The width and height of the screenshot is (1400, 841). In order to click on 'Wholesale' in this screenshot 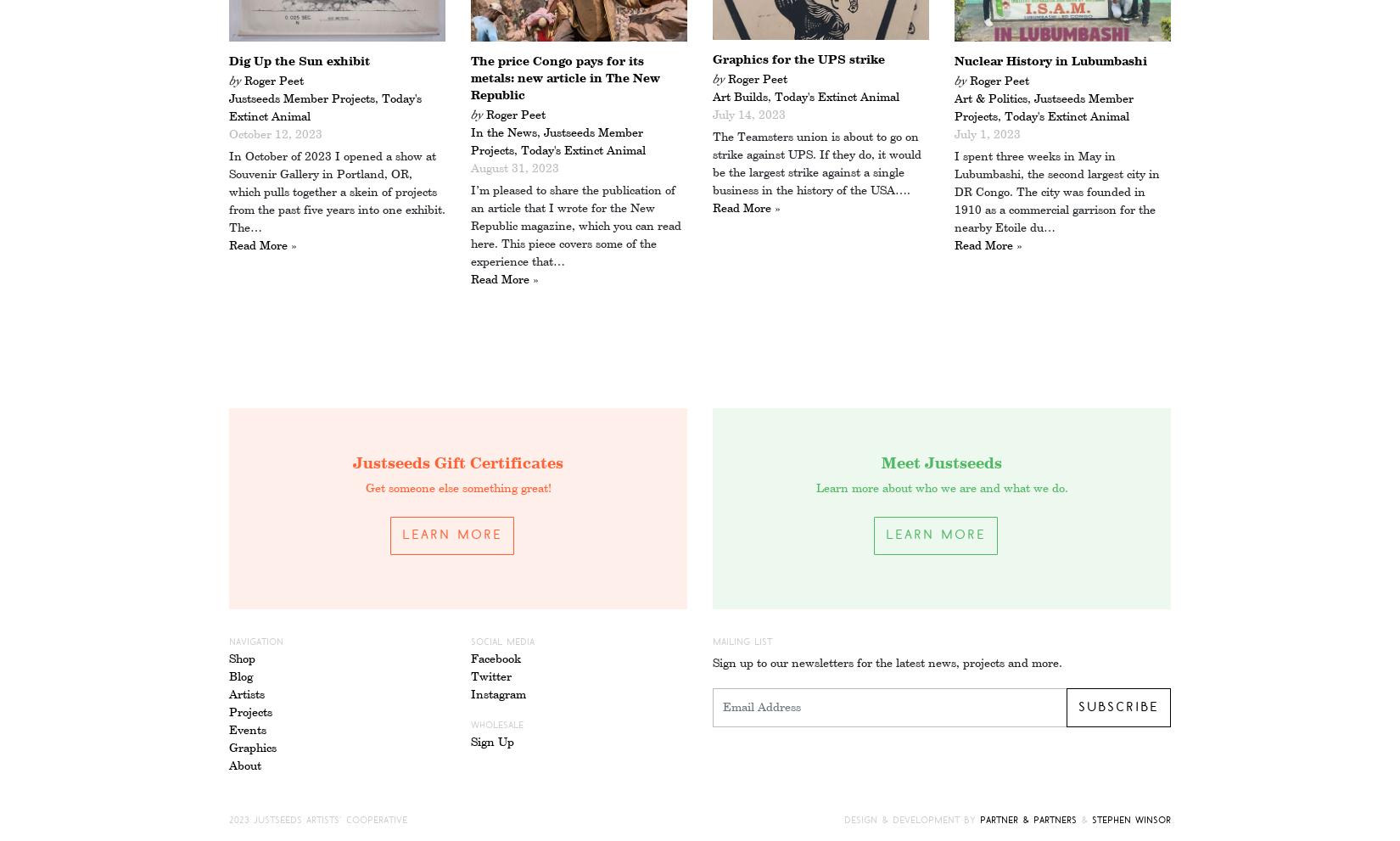, I will do `click(496, 724)`.